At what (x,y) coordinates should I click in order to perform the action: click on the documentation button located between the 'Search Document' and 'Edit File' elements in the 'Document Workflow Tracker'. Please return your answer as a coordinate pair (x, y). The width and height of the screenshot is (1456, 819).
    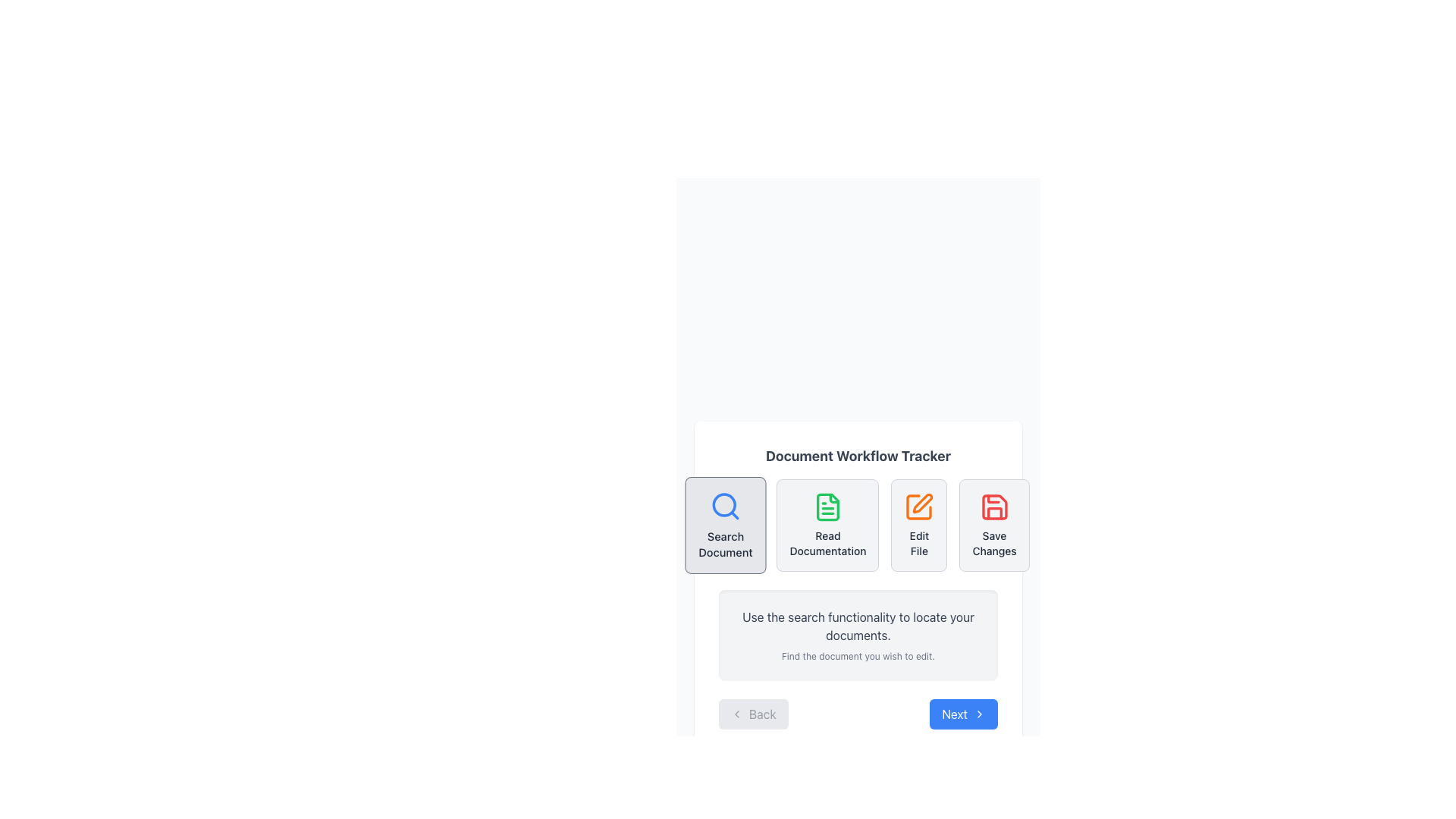
    Looking at the image, I should click on (858, 525).